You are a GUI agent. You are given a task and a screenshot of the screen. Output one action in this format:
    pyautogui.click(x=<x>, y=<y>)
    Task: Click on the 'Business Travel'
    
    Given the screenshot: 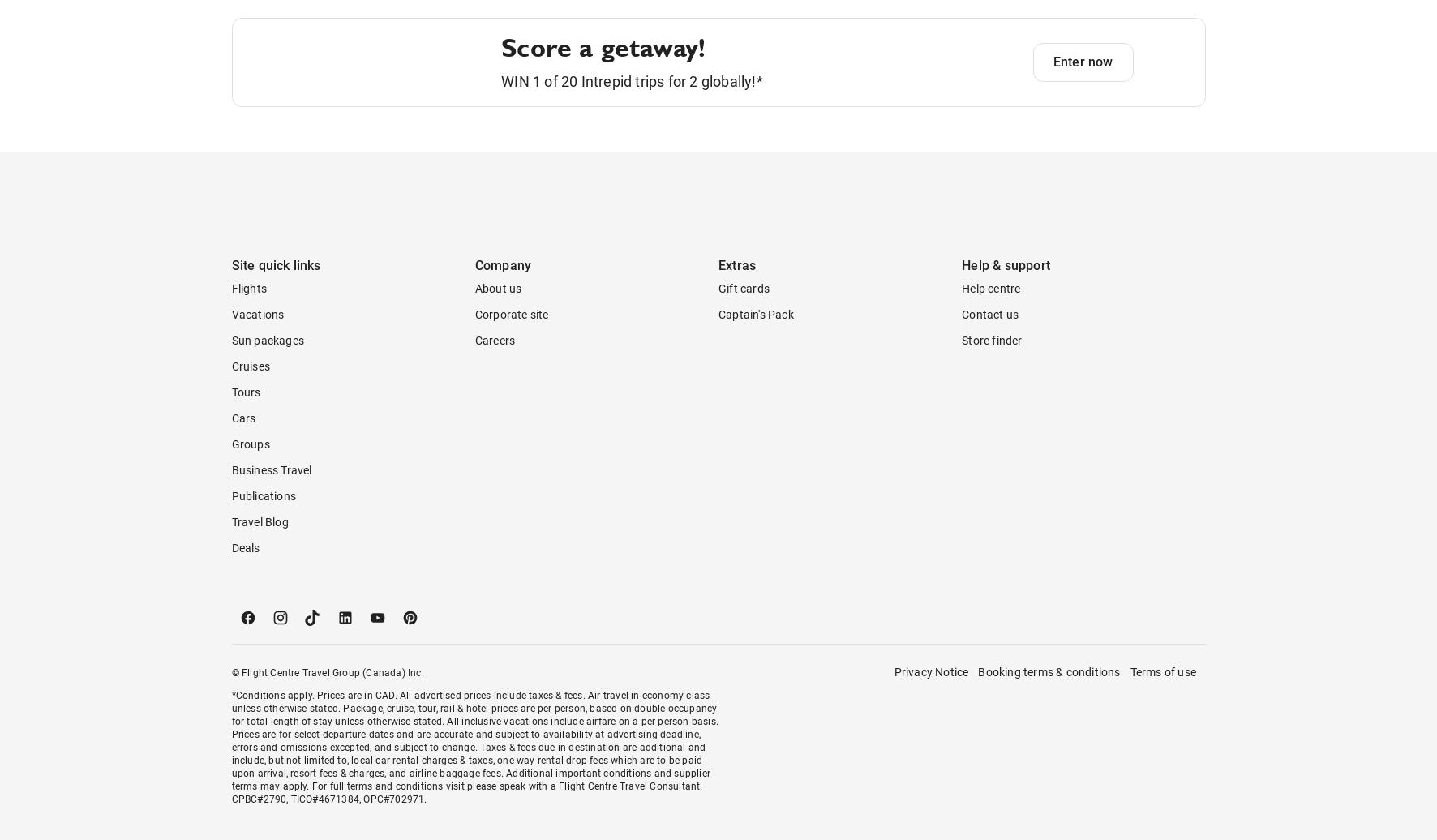 What is the action you would take?
    pyautogui.click(x=271, y=535)
    